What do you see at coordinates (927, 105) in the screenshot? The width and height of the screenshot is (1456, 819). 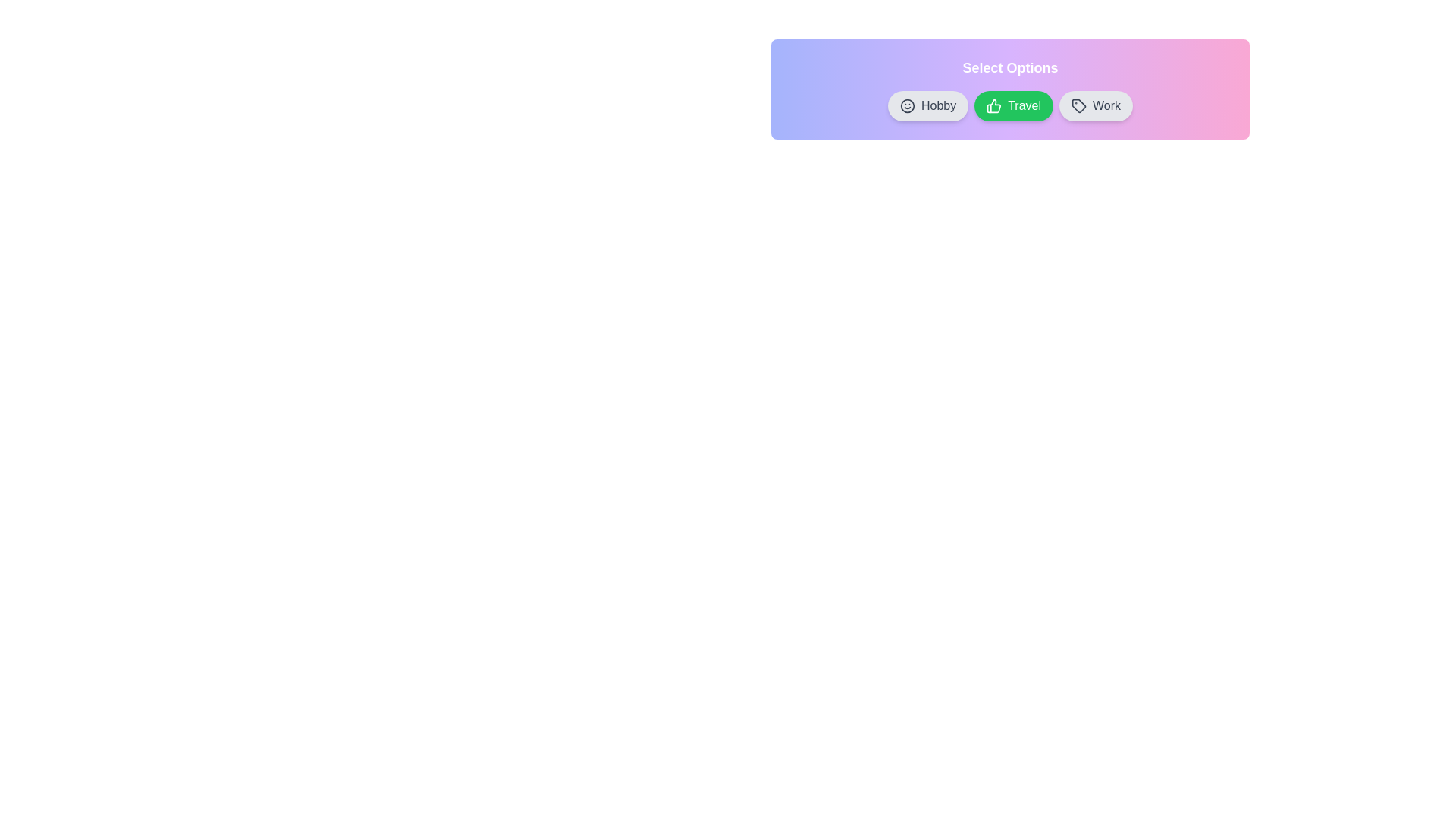 I see `the chip labeled Hobby` at bounding box center [927, 105].